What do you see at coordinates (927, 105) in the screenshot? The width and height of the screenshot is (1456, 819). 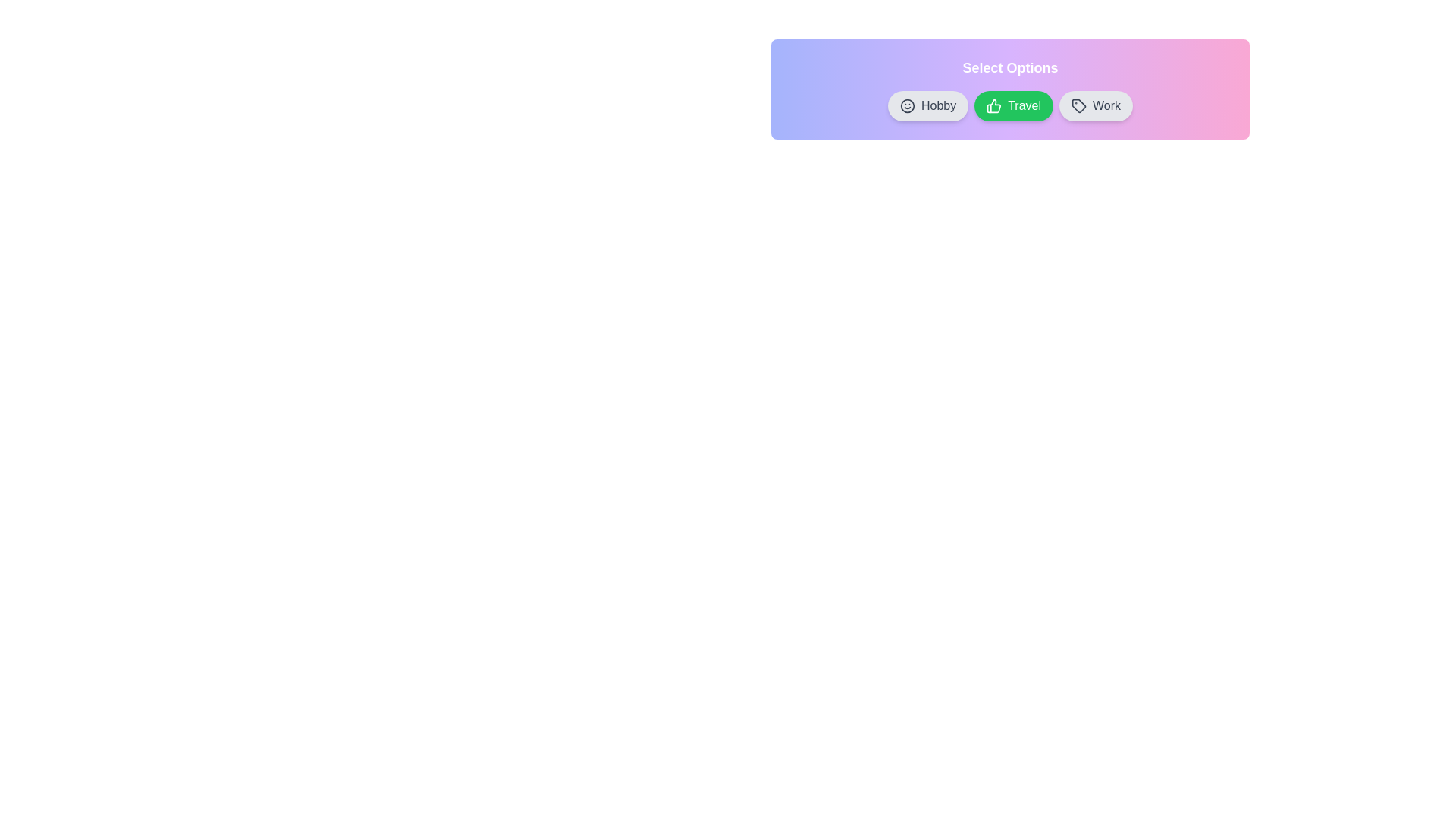 I see `the chip labeled Hobby` at bounding box center [927, 105].